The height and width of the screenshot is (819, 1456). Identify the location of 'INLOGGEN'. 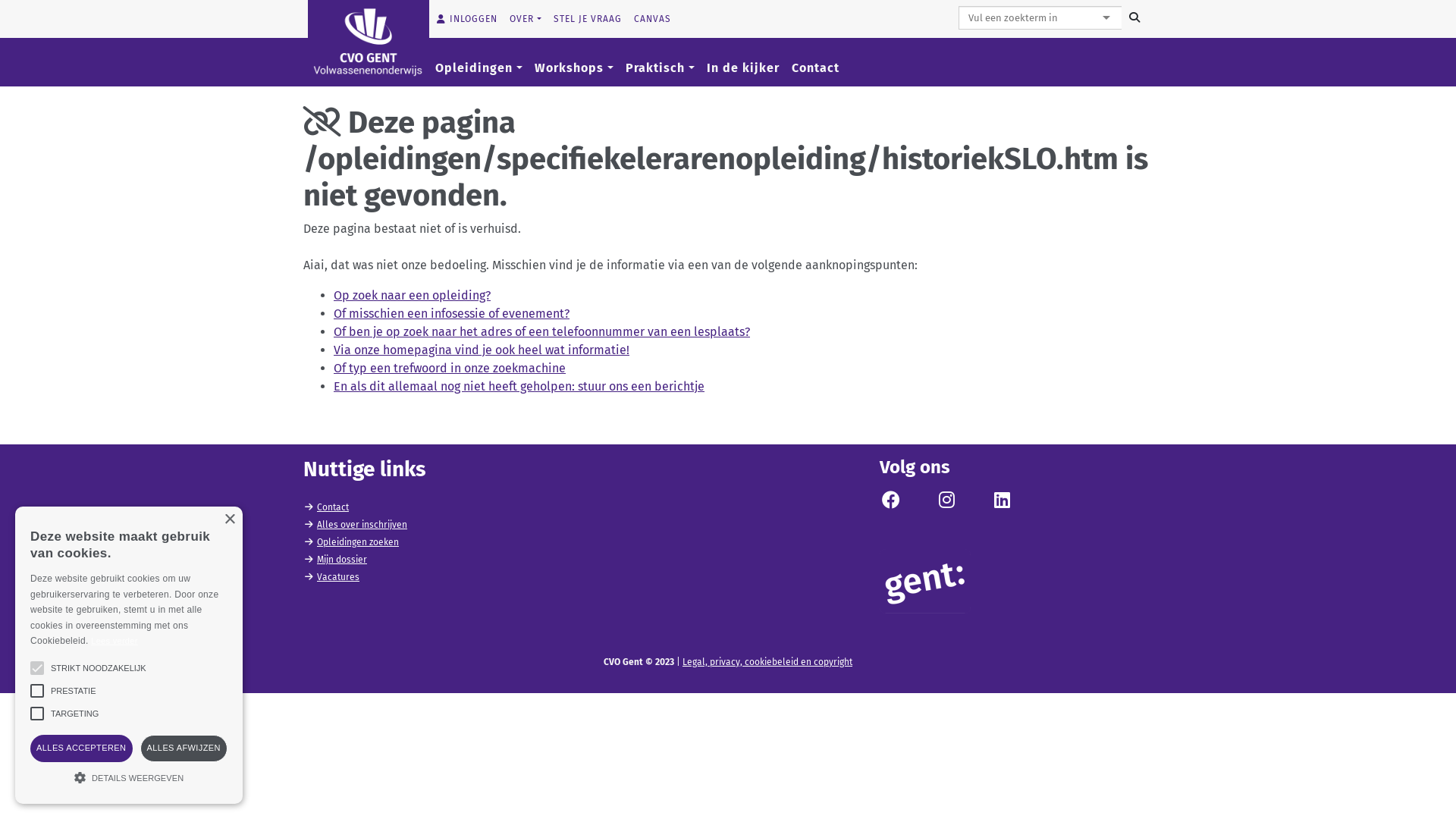
(465, 18).